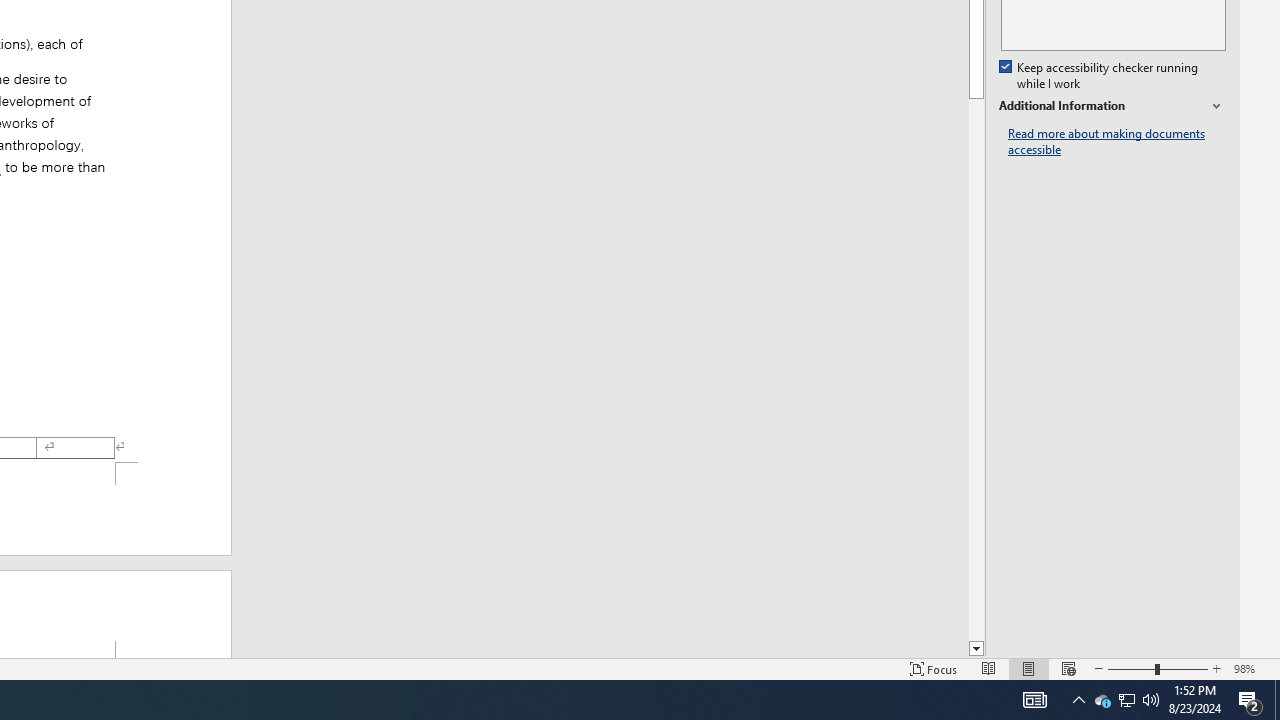  I want to click on 'Zoom Out', so click(1131, 669).